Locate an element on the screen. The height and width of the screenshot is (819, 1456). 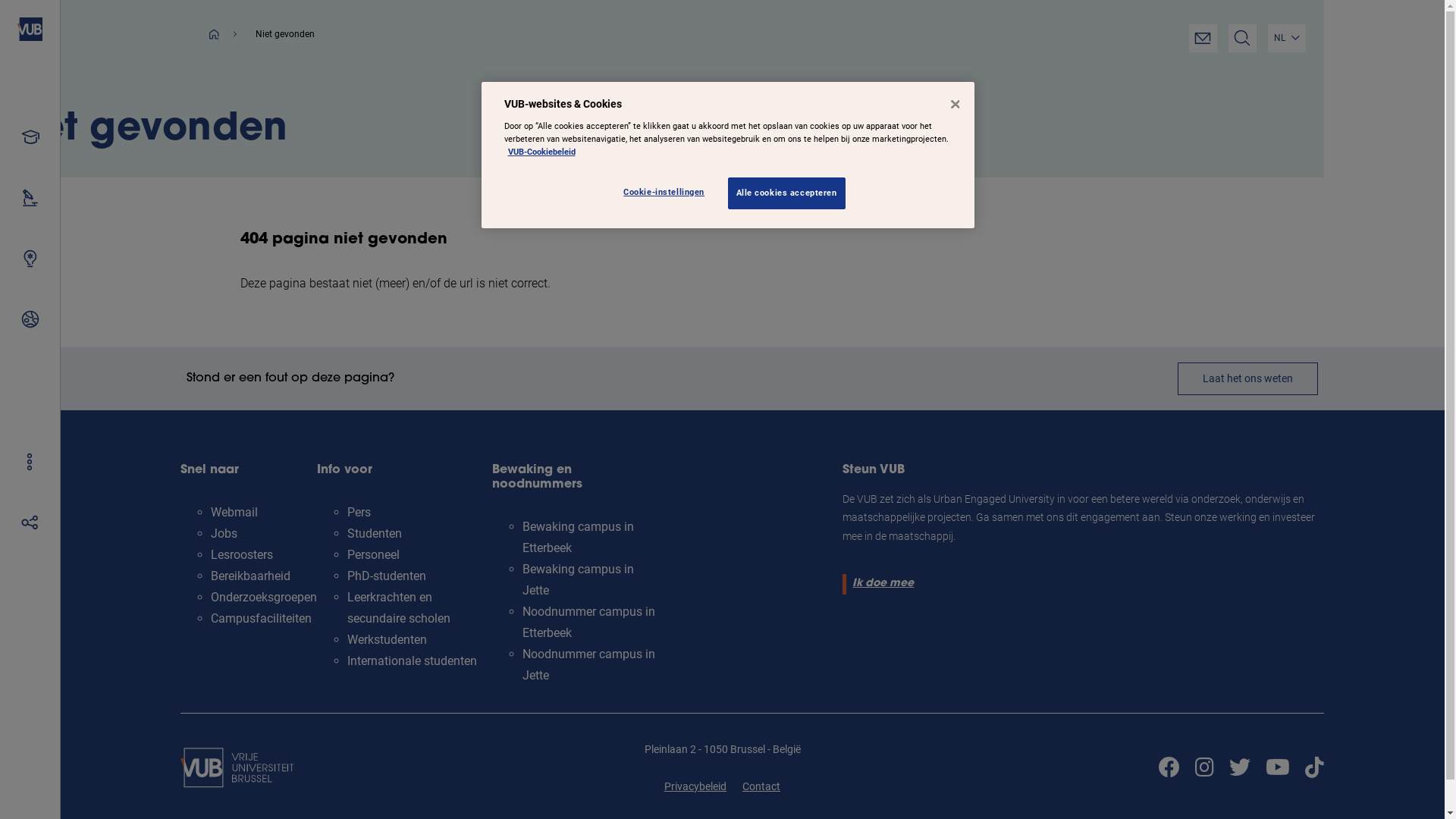
'Pers' is located at coordinates (358, 512).